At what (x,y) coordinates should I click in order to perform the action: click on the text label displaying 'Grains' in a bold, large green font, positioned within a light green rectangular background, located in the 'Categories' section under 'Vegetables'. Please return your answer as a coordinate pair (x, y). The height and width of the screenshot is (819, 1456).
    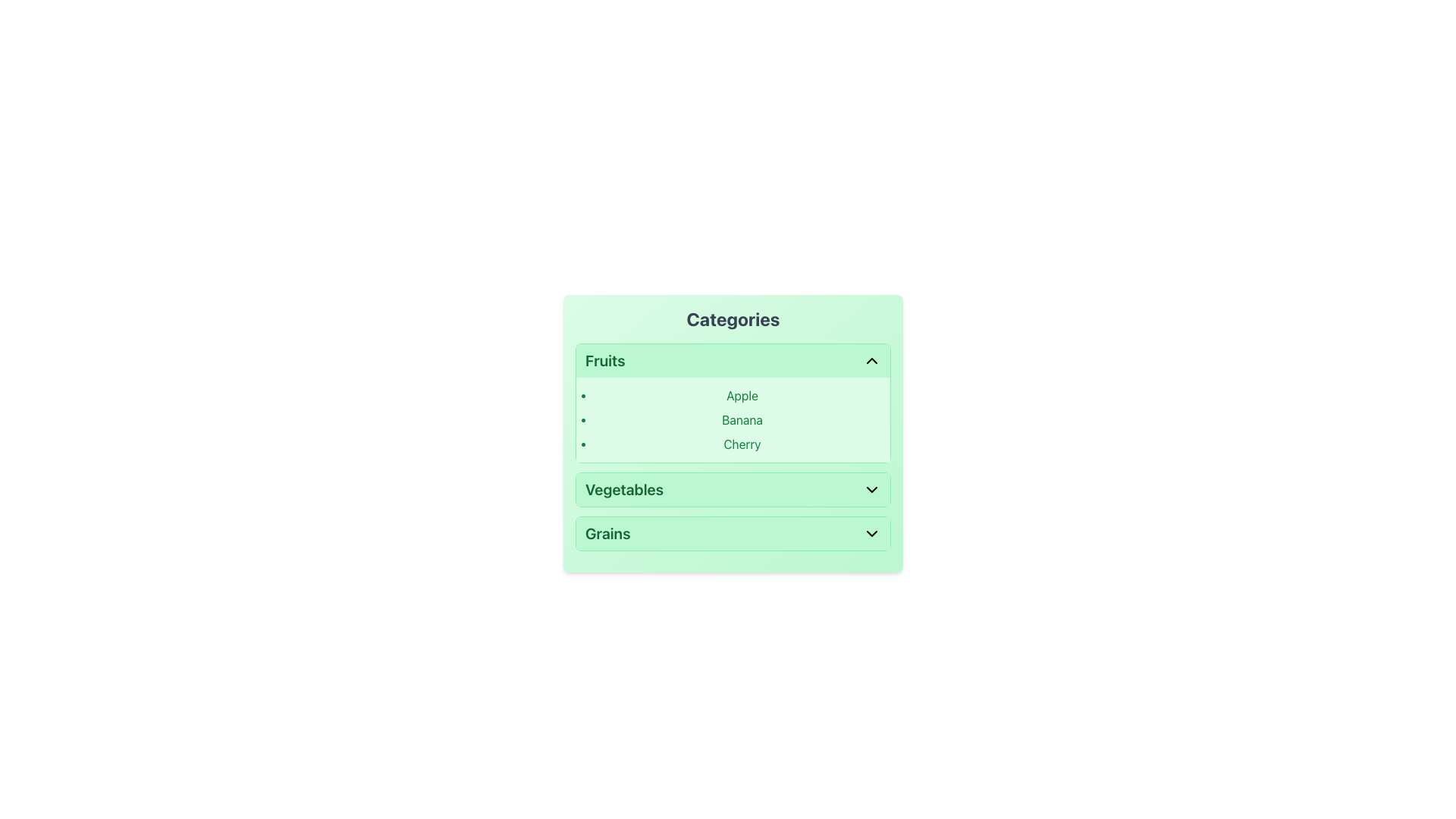
    Looking at the image, I should click on (607, 533).